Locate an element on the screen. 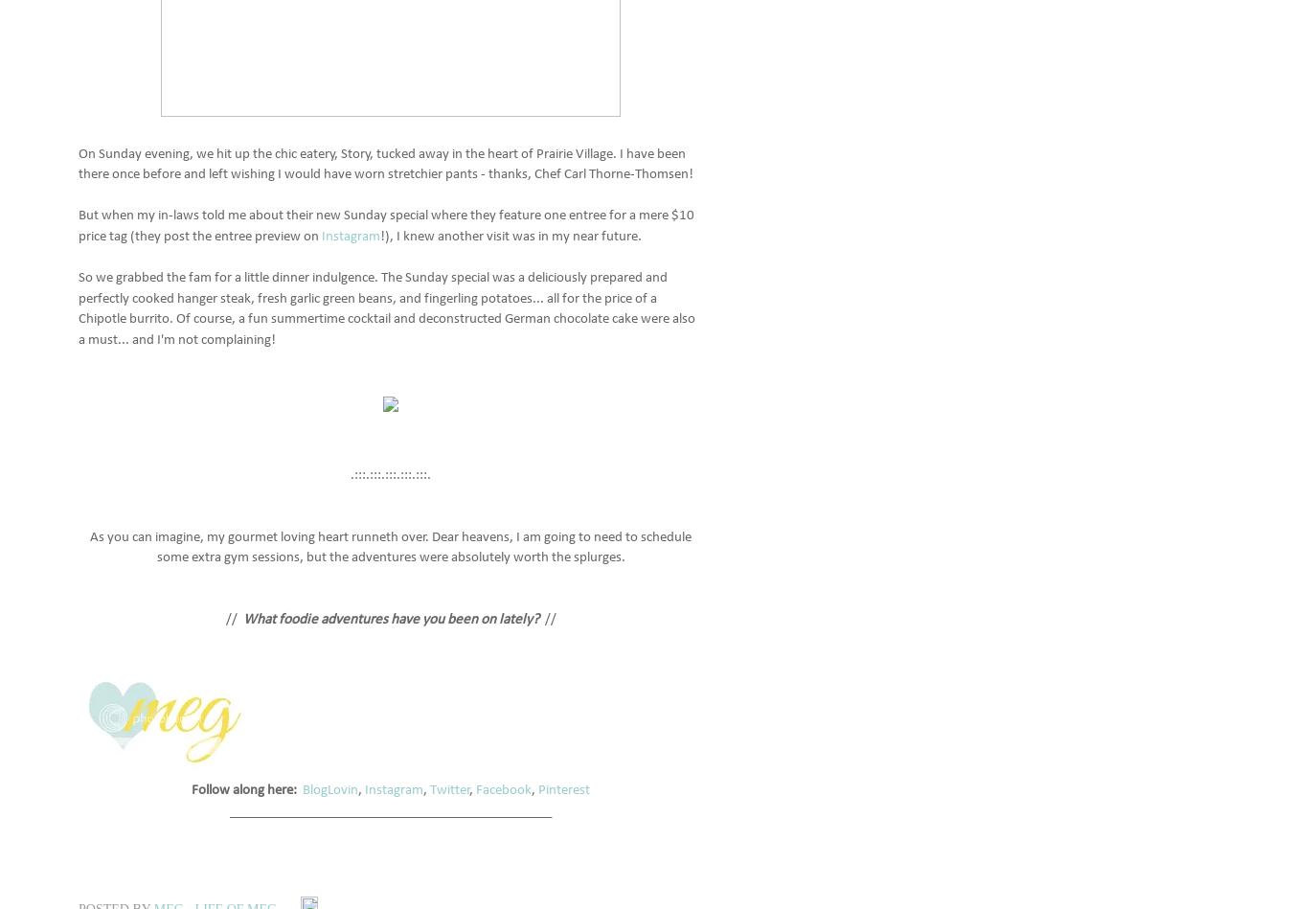 The height and width of the screenshot is (909, 1316). 'Chef Carl Thorne-Thomsen!' is located at coordinates (613, 173).